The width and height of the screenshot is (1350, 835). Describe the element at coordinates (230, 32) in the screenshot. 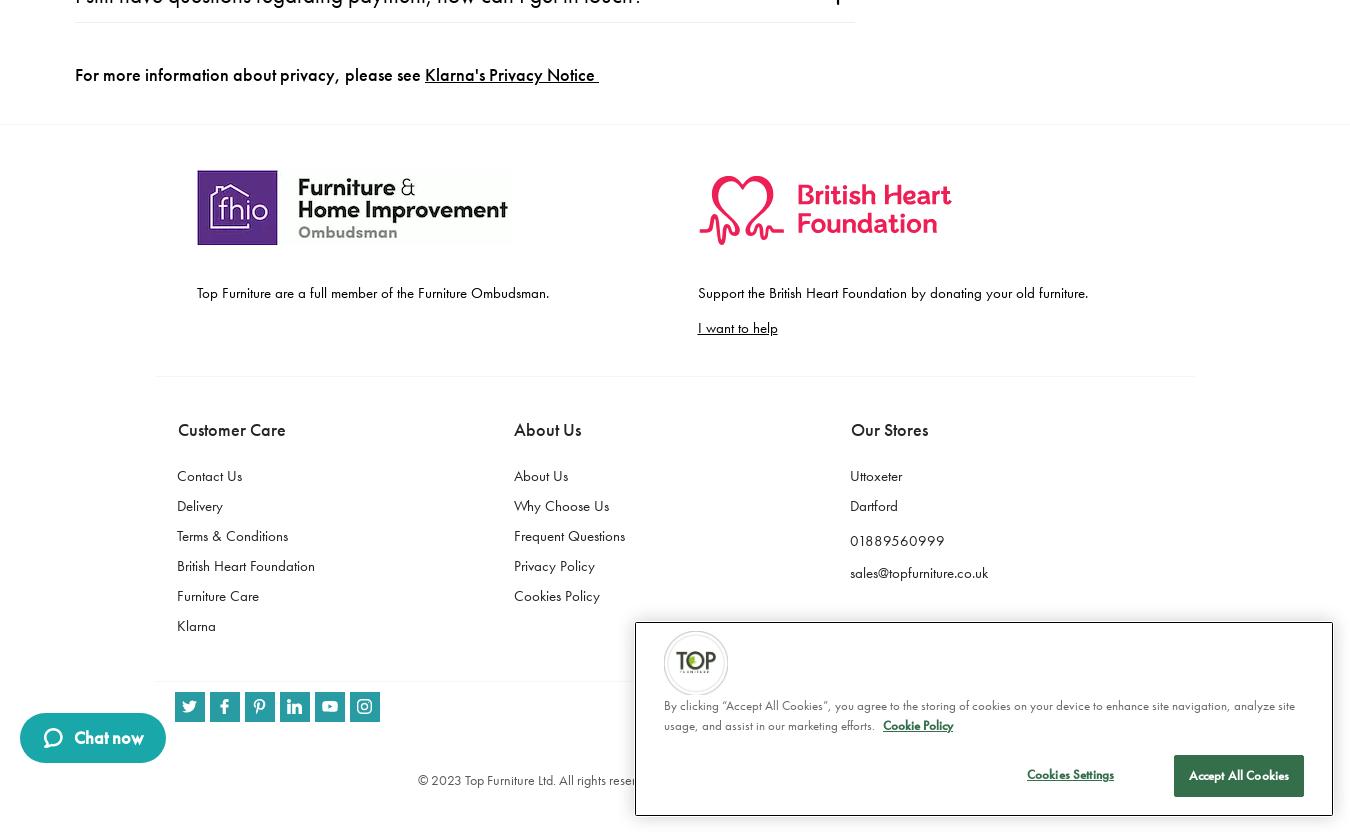

I see `'Terms & Conditions'` at that location.